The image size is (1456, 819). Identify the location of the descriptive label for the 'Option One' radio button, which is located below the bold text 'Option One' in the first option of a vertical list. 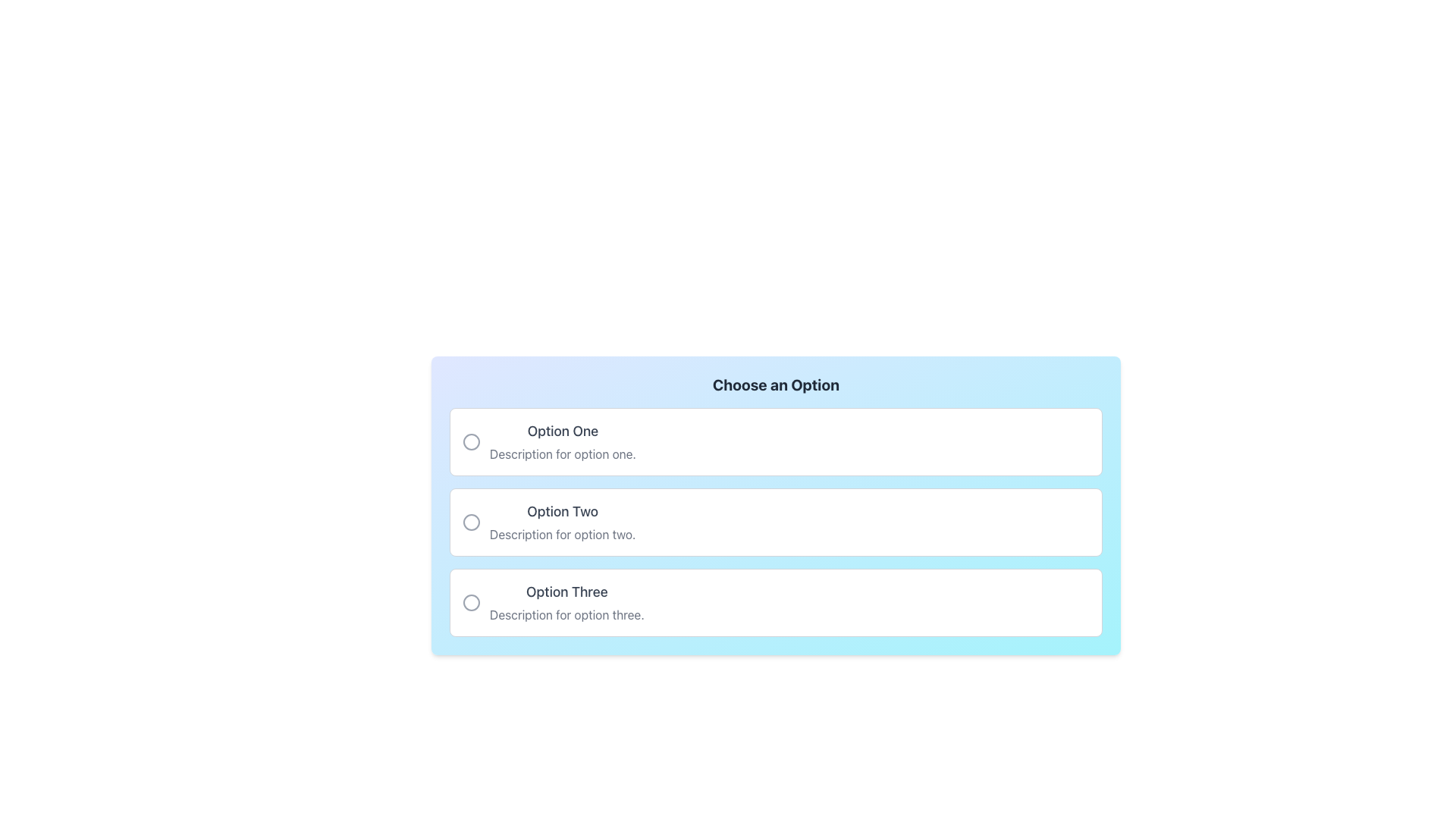
(562, 453).